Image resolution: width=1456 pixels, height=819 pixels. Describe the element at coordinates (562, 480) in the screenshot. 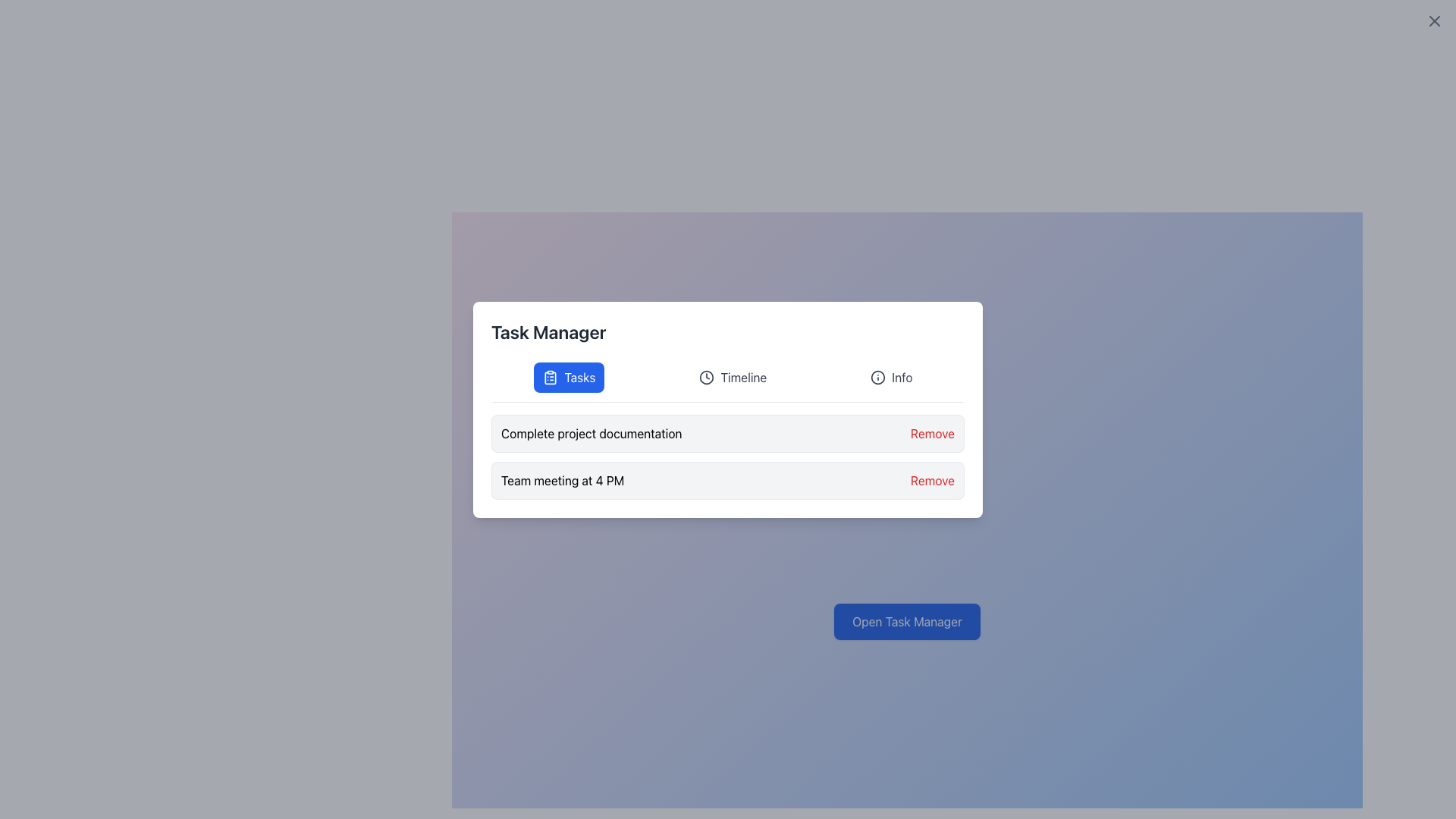

I see `text displayed in the Text Label that shows 'Team meeting at 4 PM', which is left-aligned in the second row of the task list under the 'Task Manager' section` at that location.